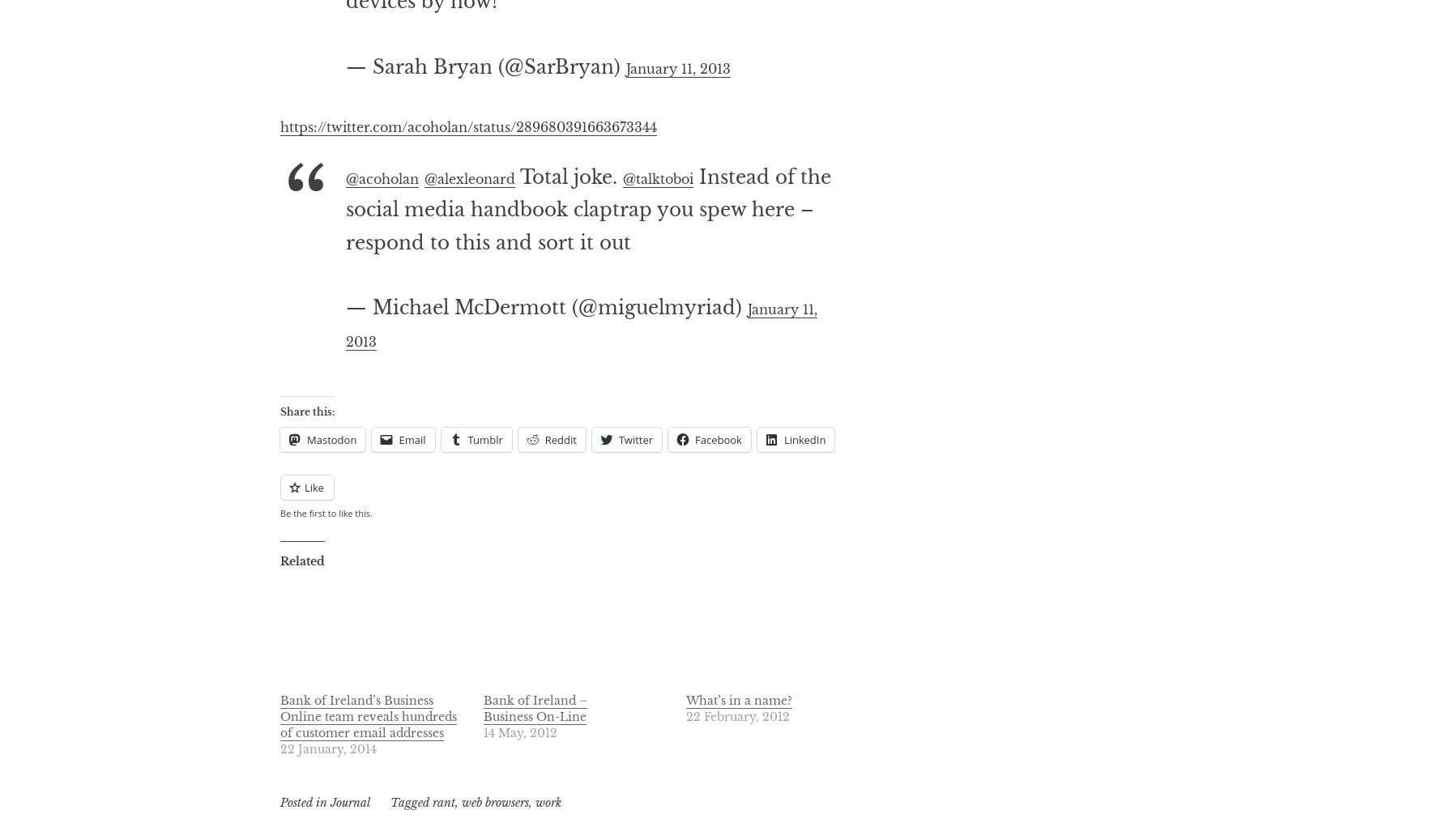 This screenshot has width=1442, height=840. What do you see at coordinates (306, 476) in the screenshot?
I see `'Share this:'` at bounding box center [306, 476].